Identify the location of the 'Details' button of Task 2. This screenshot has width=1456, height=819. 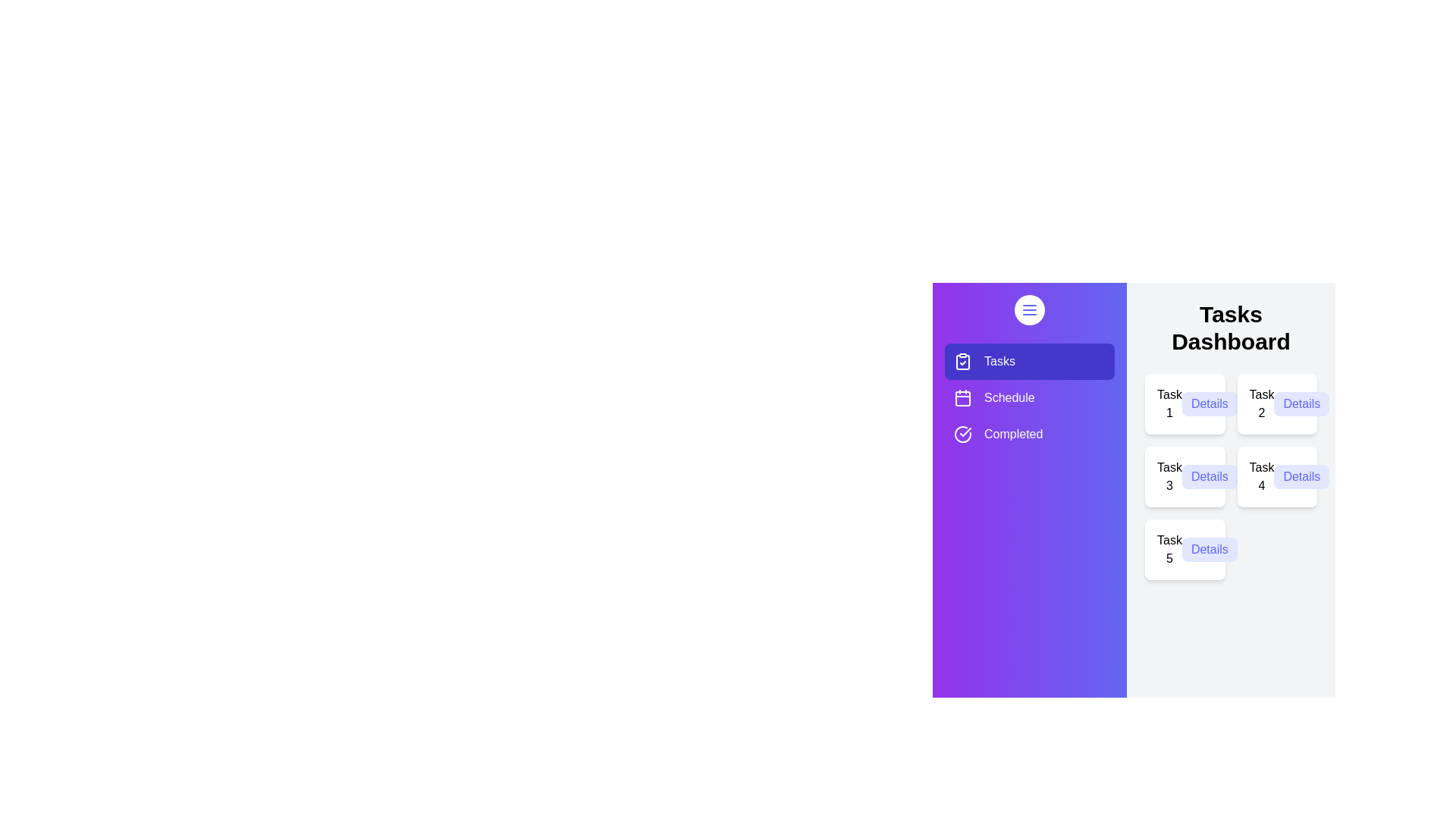
(1301, 403).